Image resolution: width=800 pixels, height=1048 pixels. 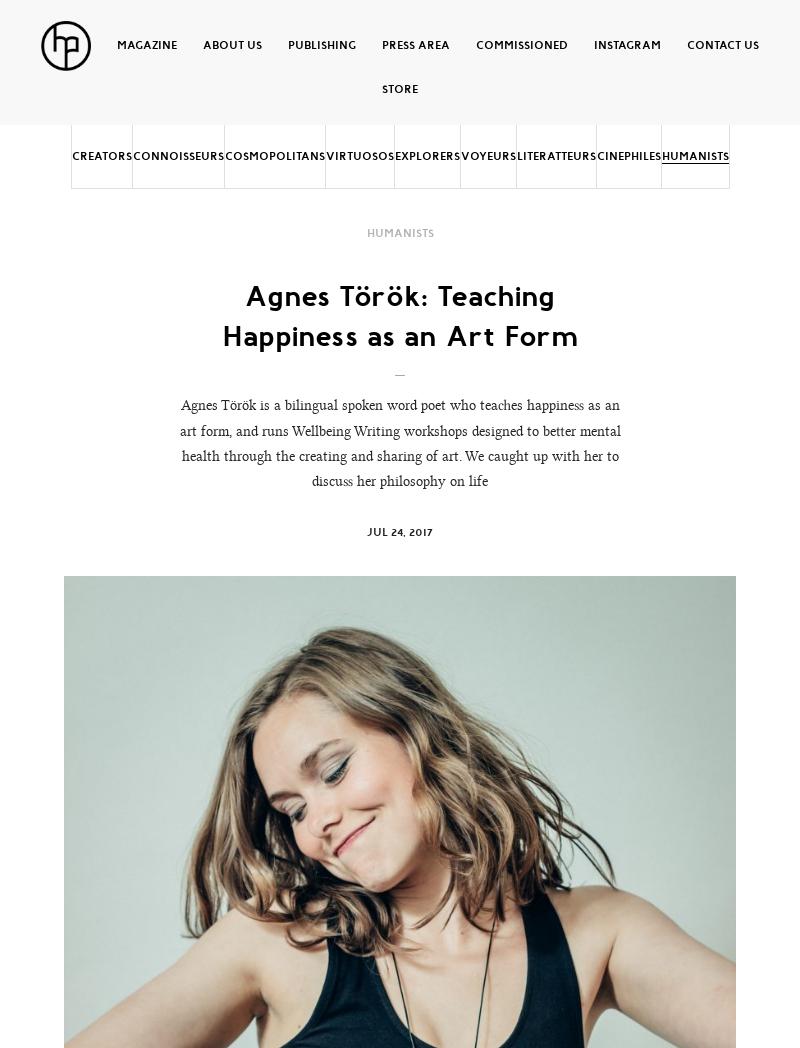 I want to click on 'Store', so click(x=400, y=87).